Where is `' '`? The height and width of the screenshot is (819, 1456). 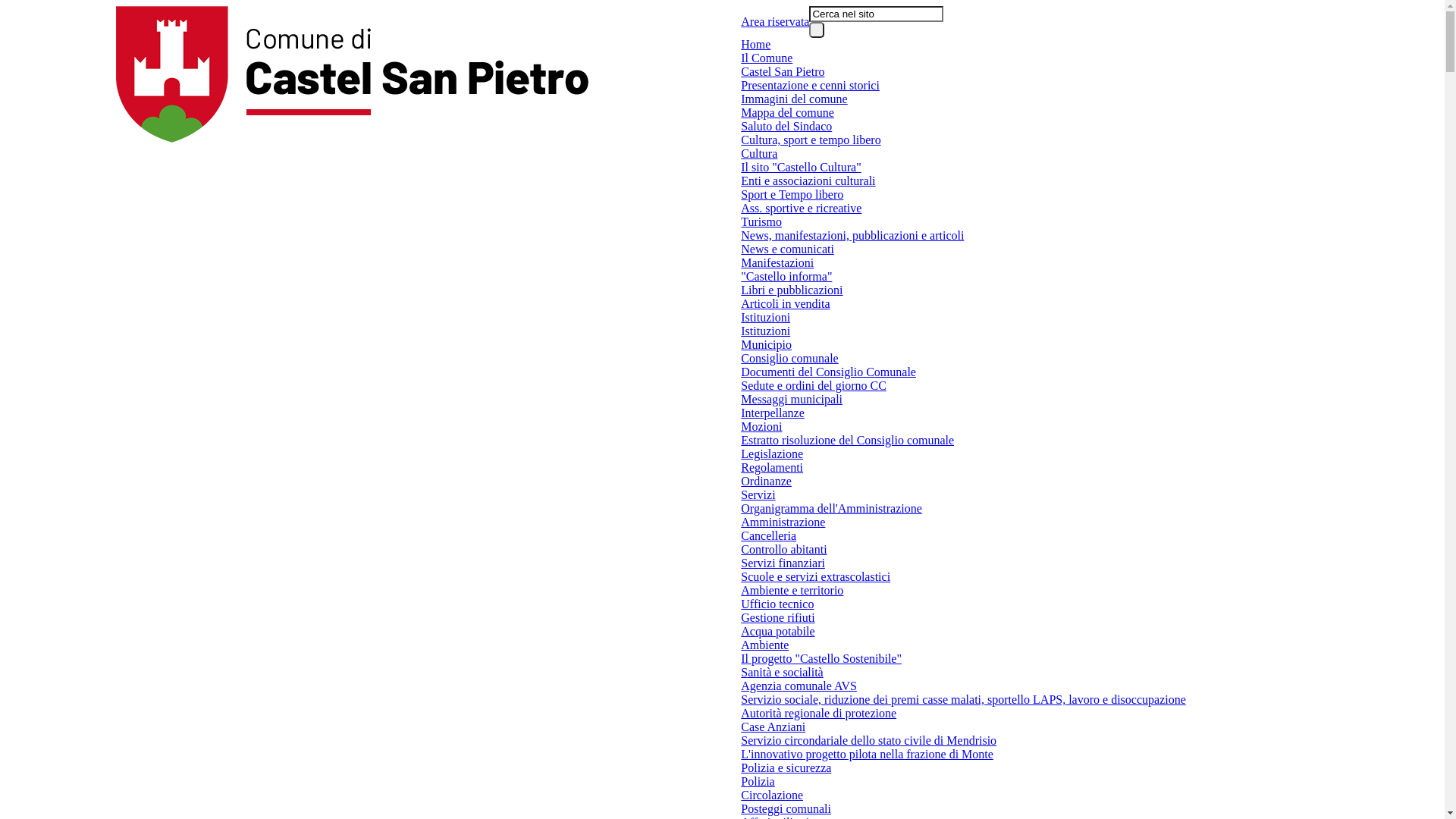 ' ' is located at coordinates (815, 30).